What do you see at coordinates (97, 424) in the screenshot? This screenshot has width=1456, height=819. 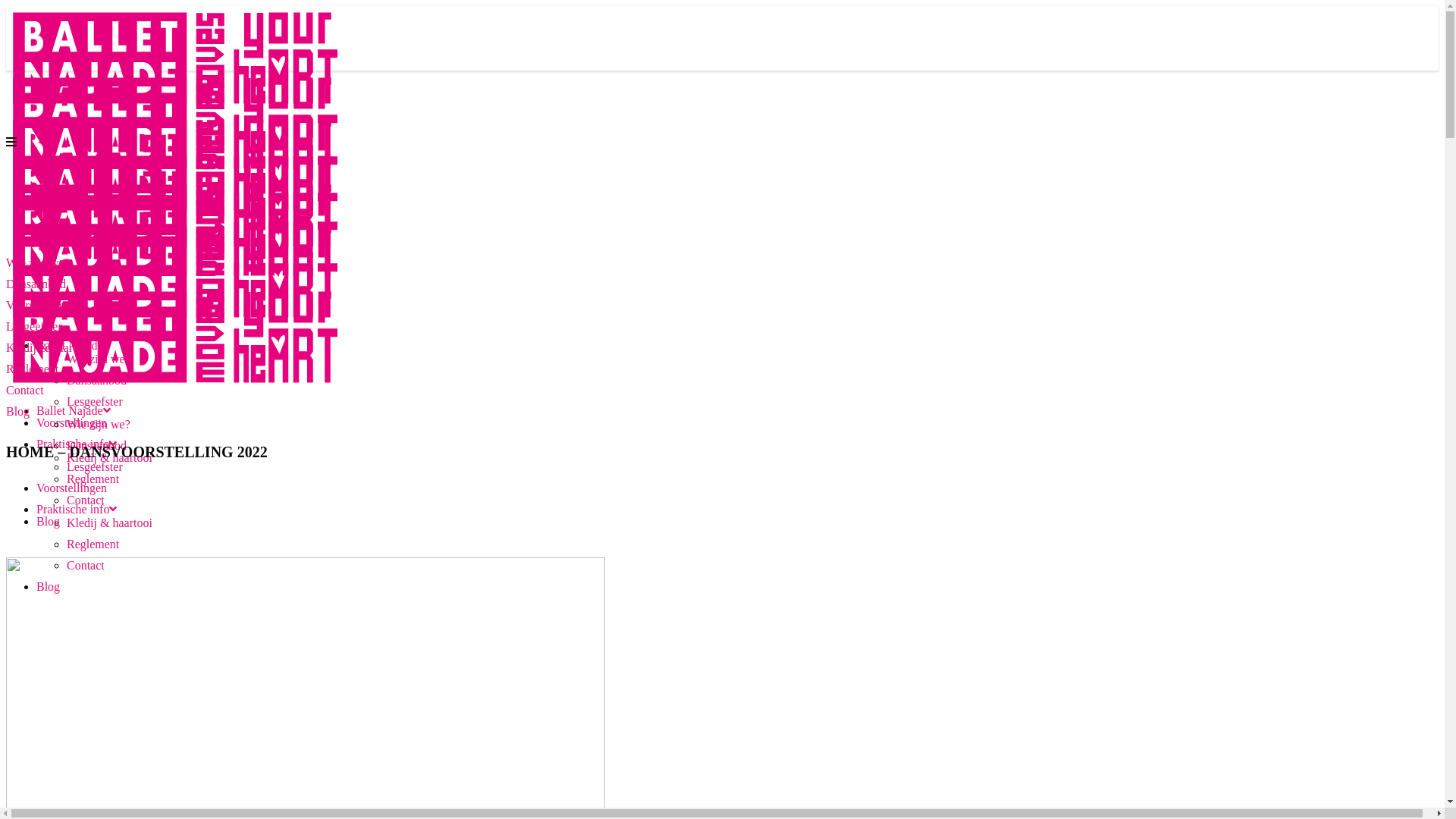 I see `'Wie zijn we?'` at bounding box center [97, 424].